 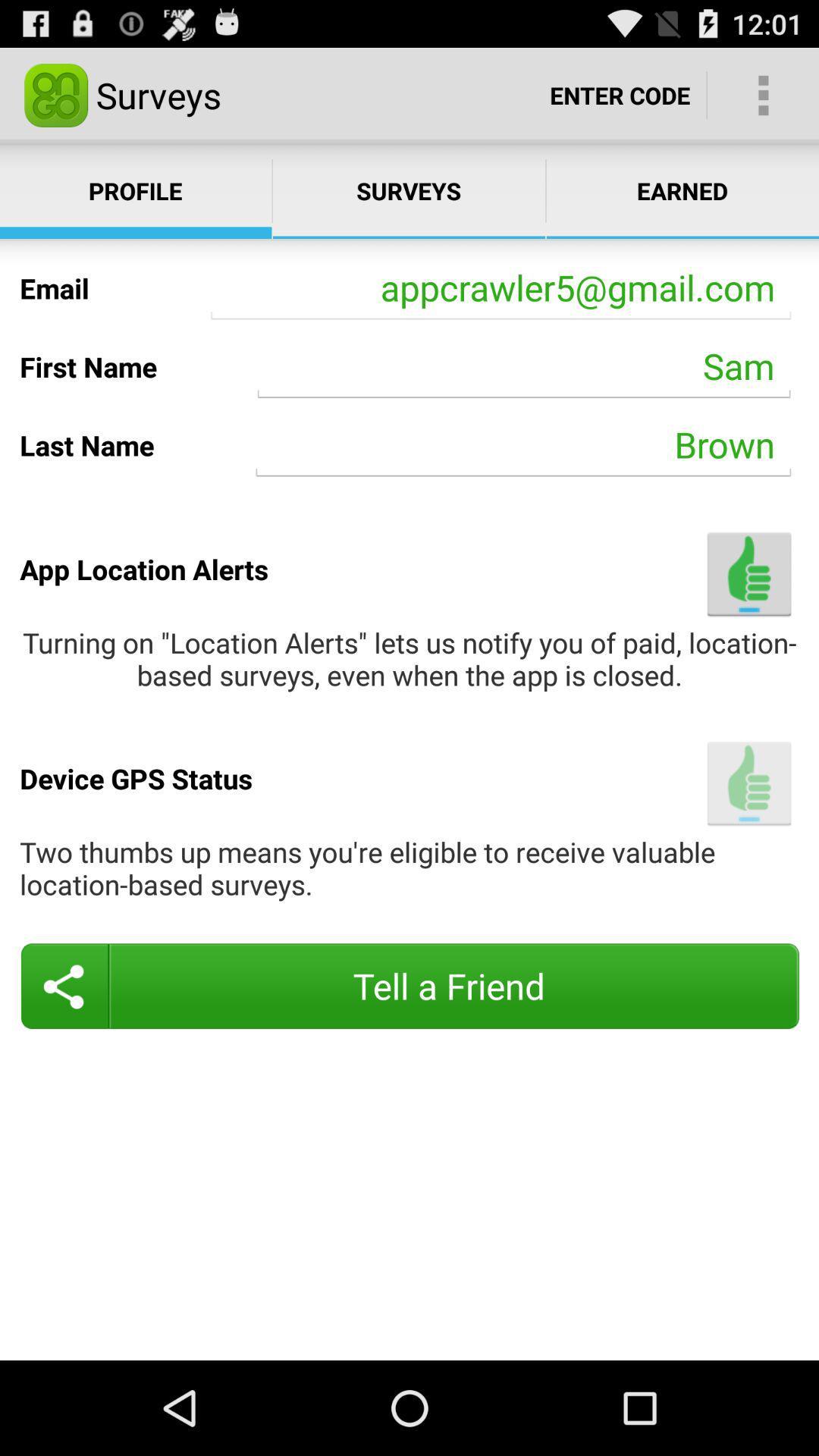 I want to click on item below two thumbs up, so click(x=409, y=986).